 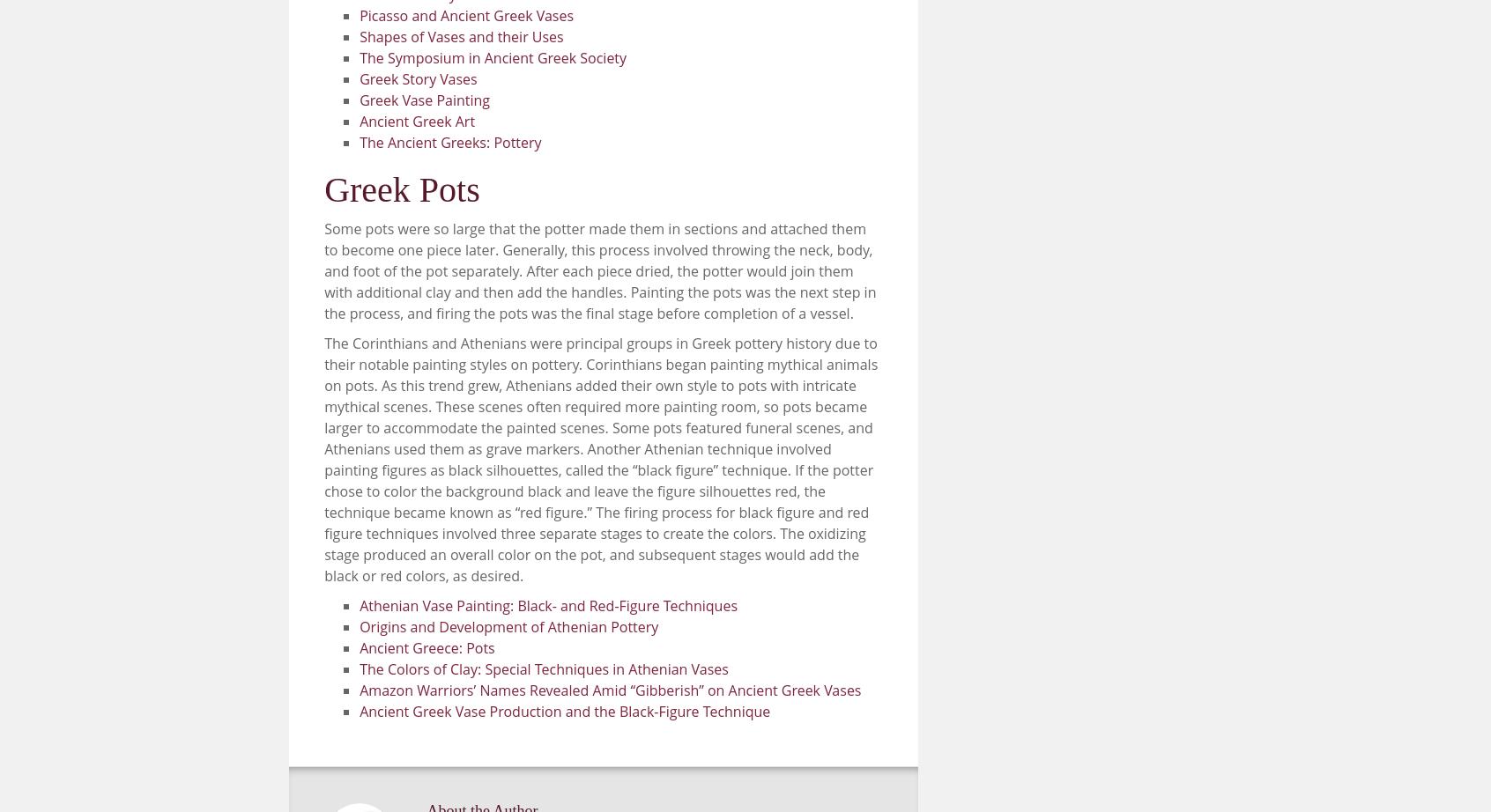 I want to click on 'Amazon Warriors’ Names Revealed Amid “Gibberish” on Ancient Greek Vases', so click(x=610, y=689).